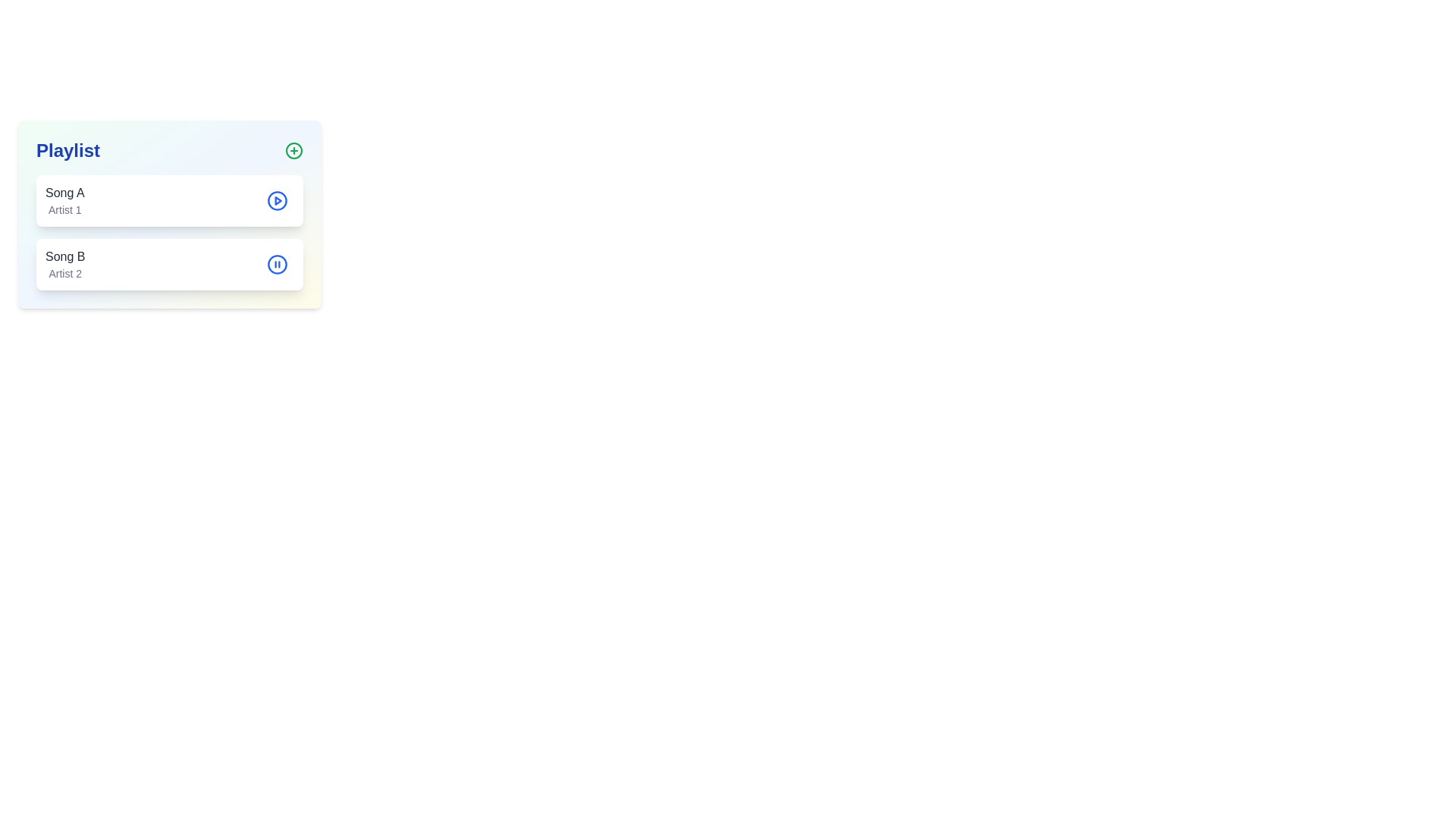 Image resolution: width=1456 pixels, height=819 pixels. What do you see at coordinates (277, 263) in the screenshot?
I see `the presence of the outer circle of the pause icon in the playlist UI, located to the right of the second song` at bounding box center [277, 263].